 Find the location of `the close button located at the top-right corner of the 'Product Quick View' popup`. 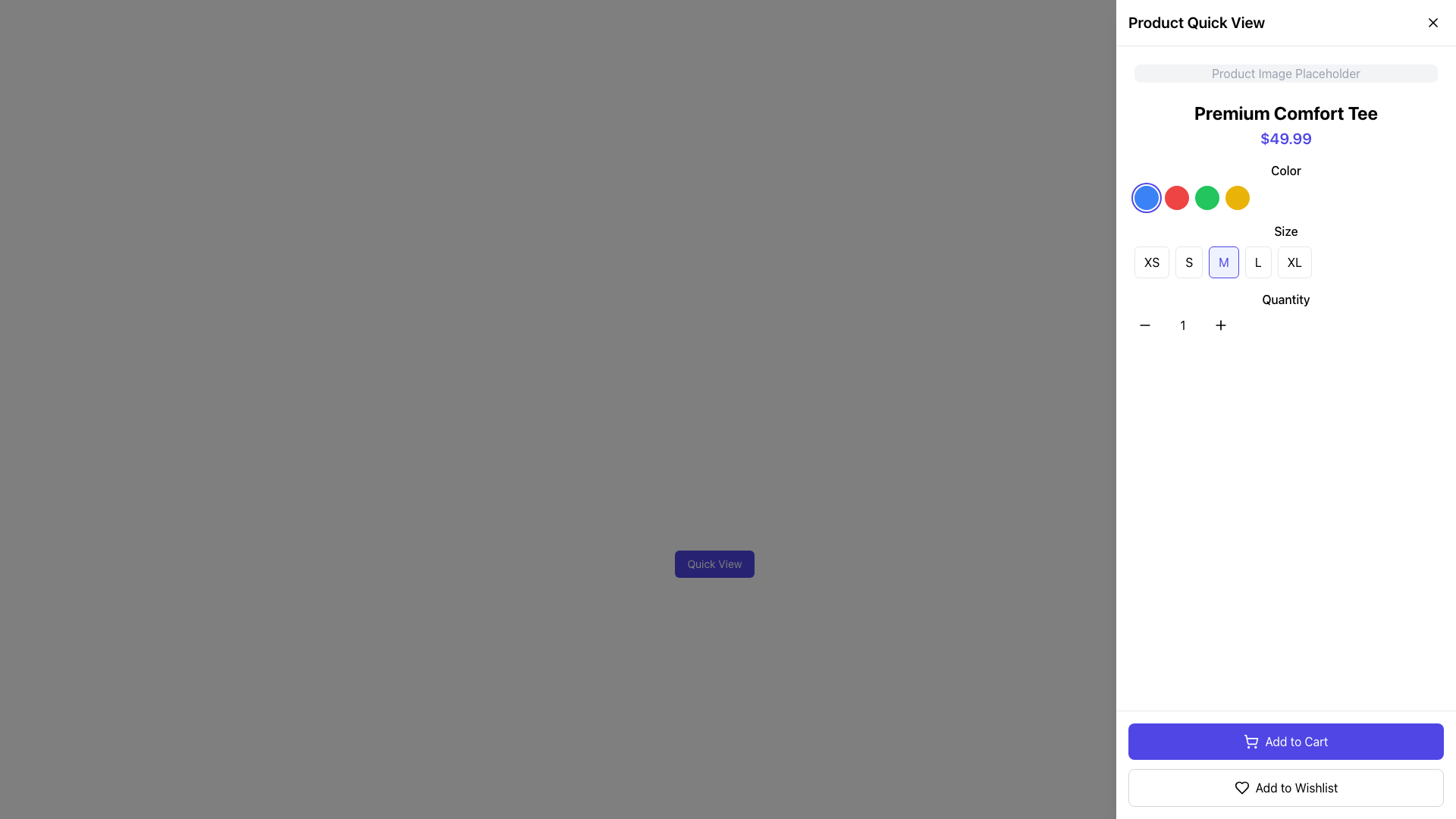

the close button located at the top-right corner of the 'Product Quick View' popup is located at coordinates (1432, 23).